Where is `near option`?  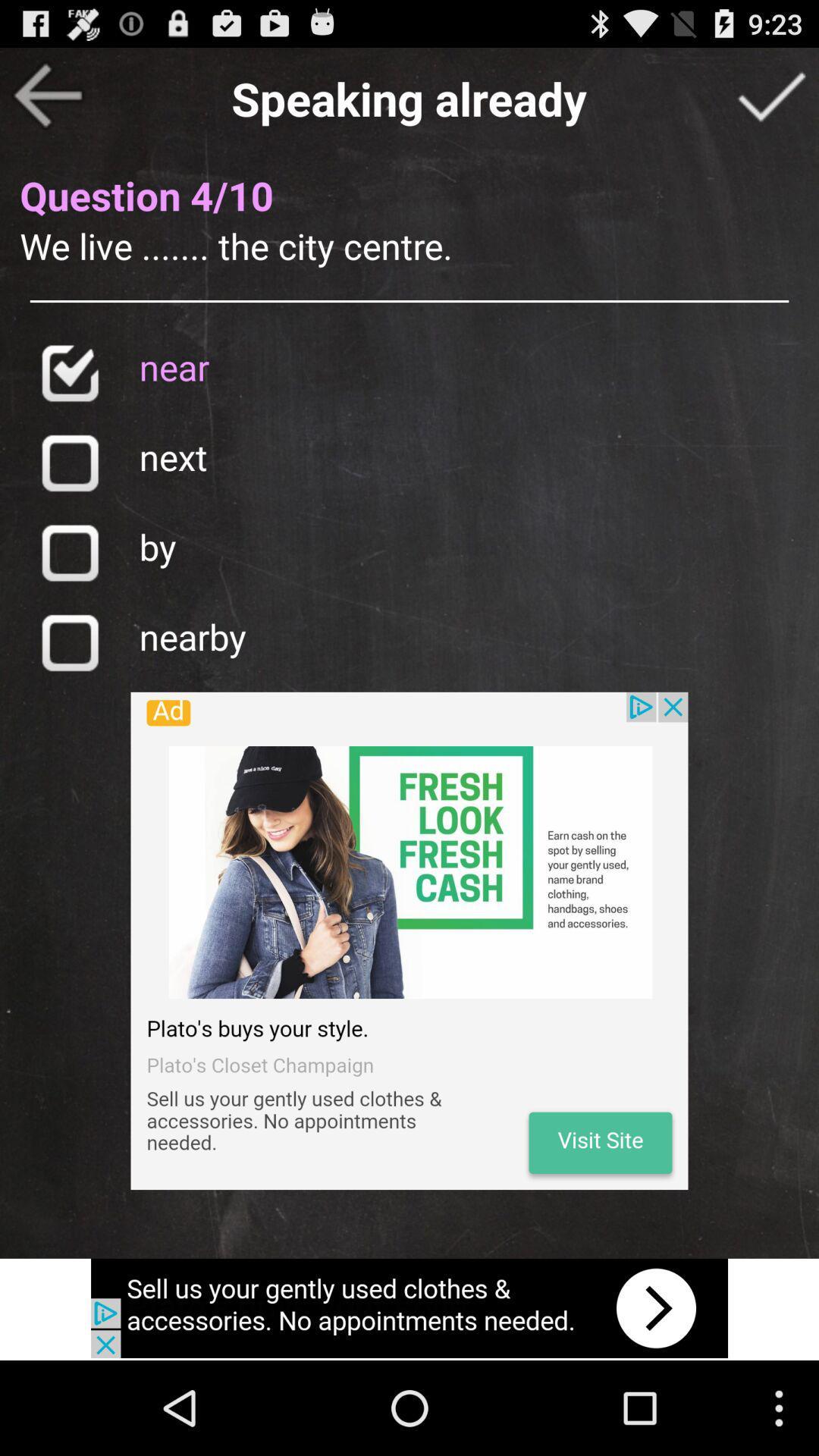
near option is located at coordinates (69, 372).